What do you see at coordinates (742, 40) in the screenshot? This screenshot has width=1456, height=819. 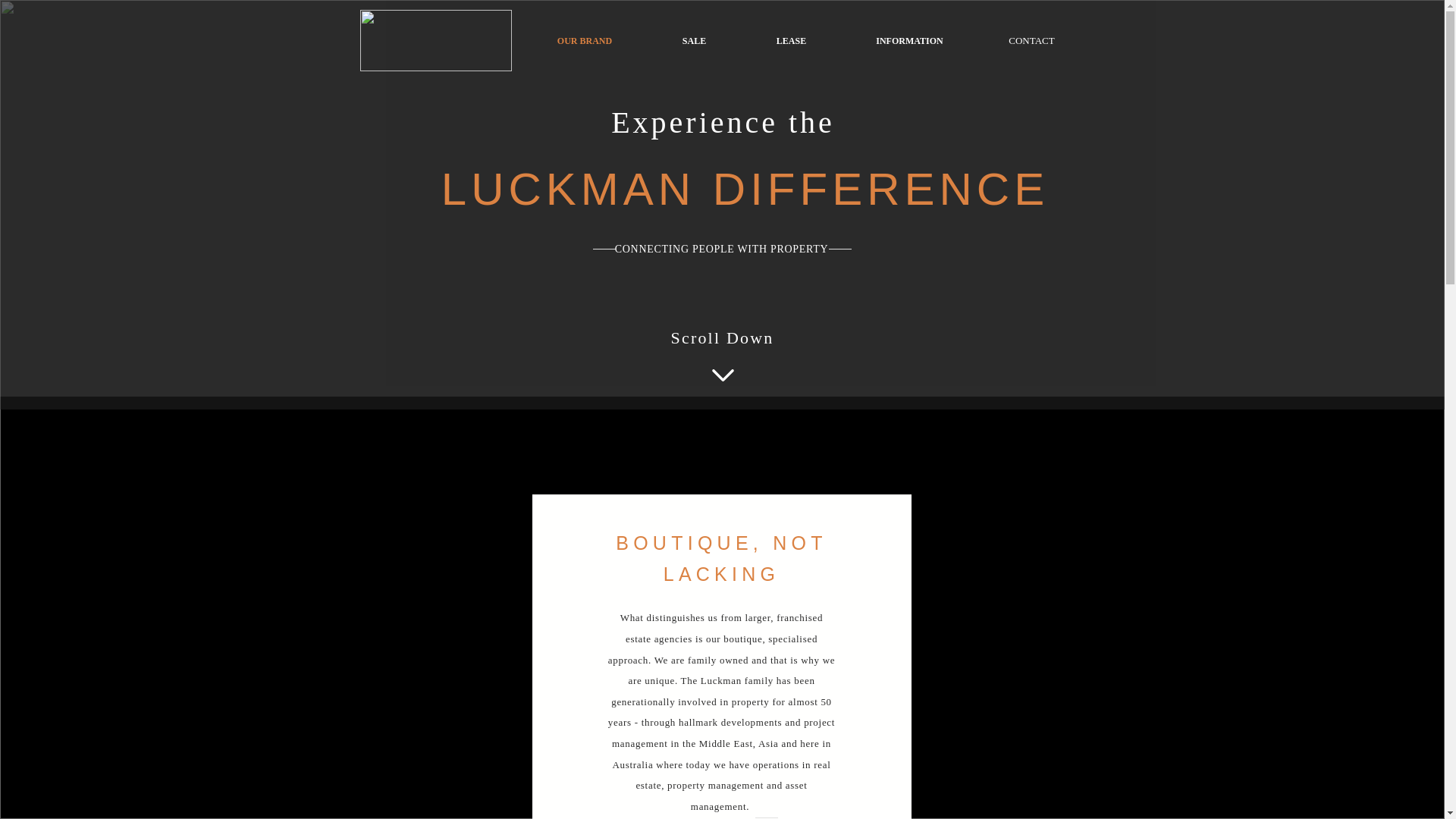 I see `'LEASE'` at bounding box center [742, 40].